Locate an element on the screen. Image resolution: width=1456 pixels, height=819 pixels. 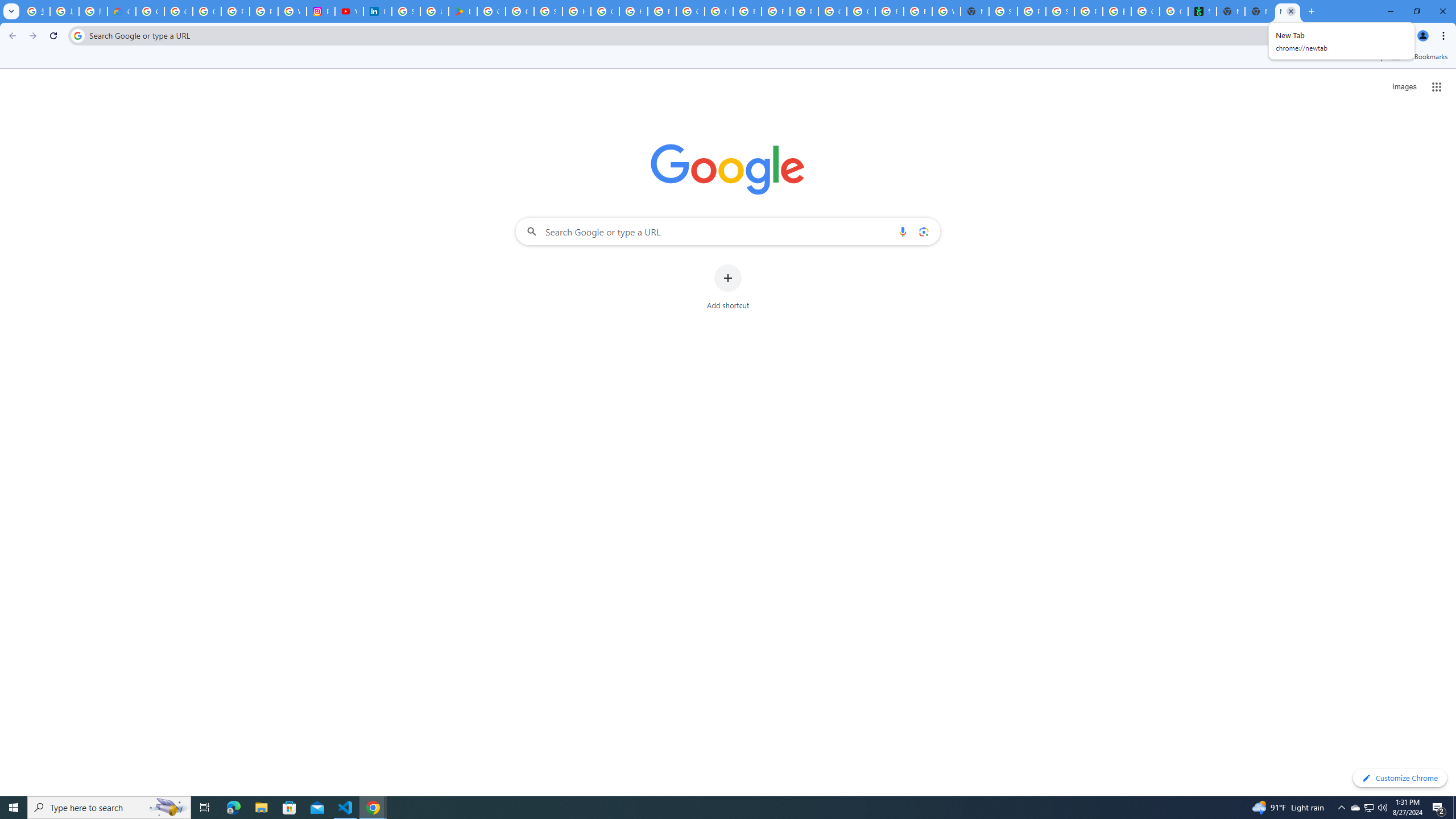
'Forward' is located at coordinates (32, 35).